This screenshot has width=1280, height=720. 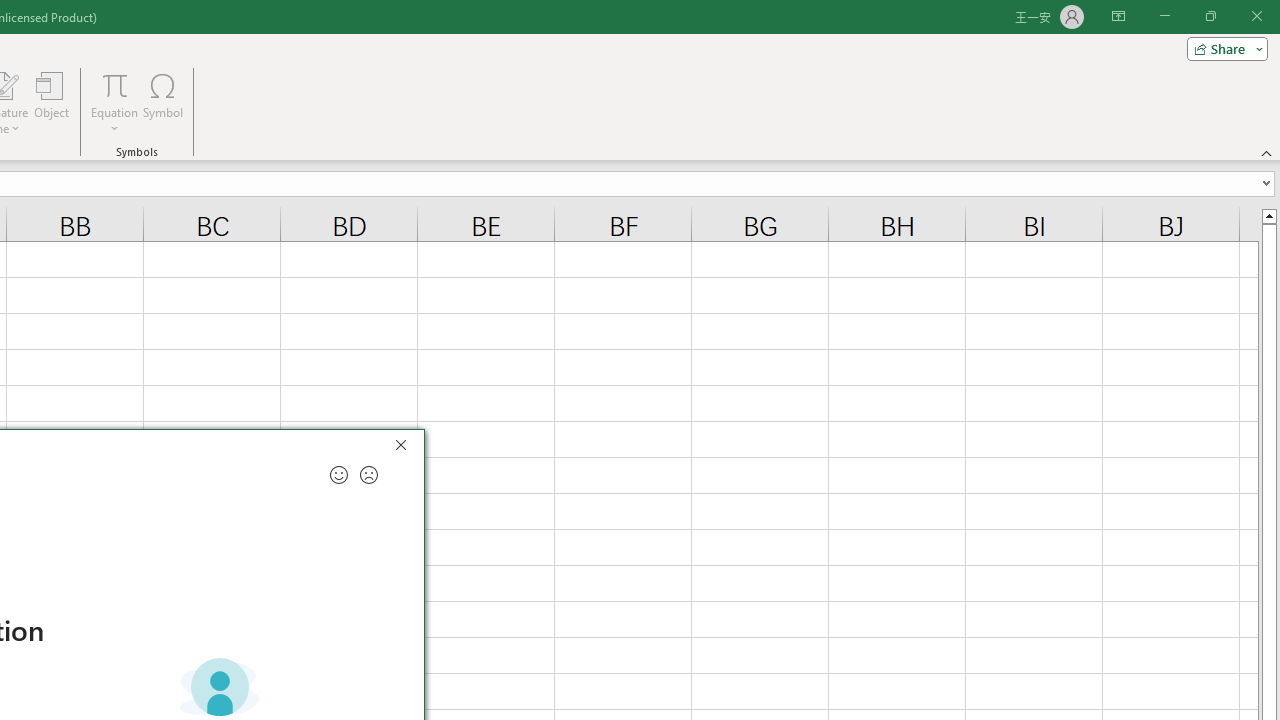 What do you see at coordinates (1164, 16) in the screenshot?
I see `'Minimize'` at bounding box center [1164, 16].